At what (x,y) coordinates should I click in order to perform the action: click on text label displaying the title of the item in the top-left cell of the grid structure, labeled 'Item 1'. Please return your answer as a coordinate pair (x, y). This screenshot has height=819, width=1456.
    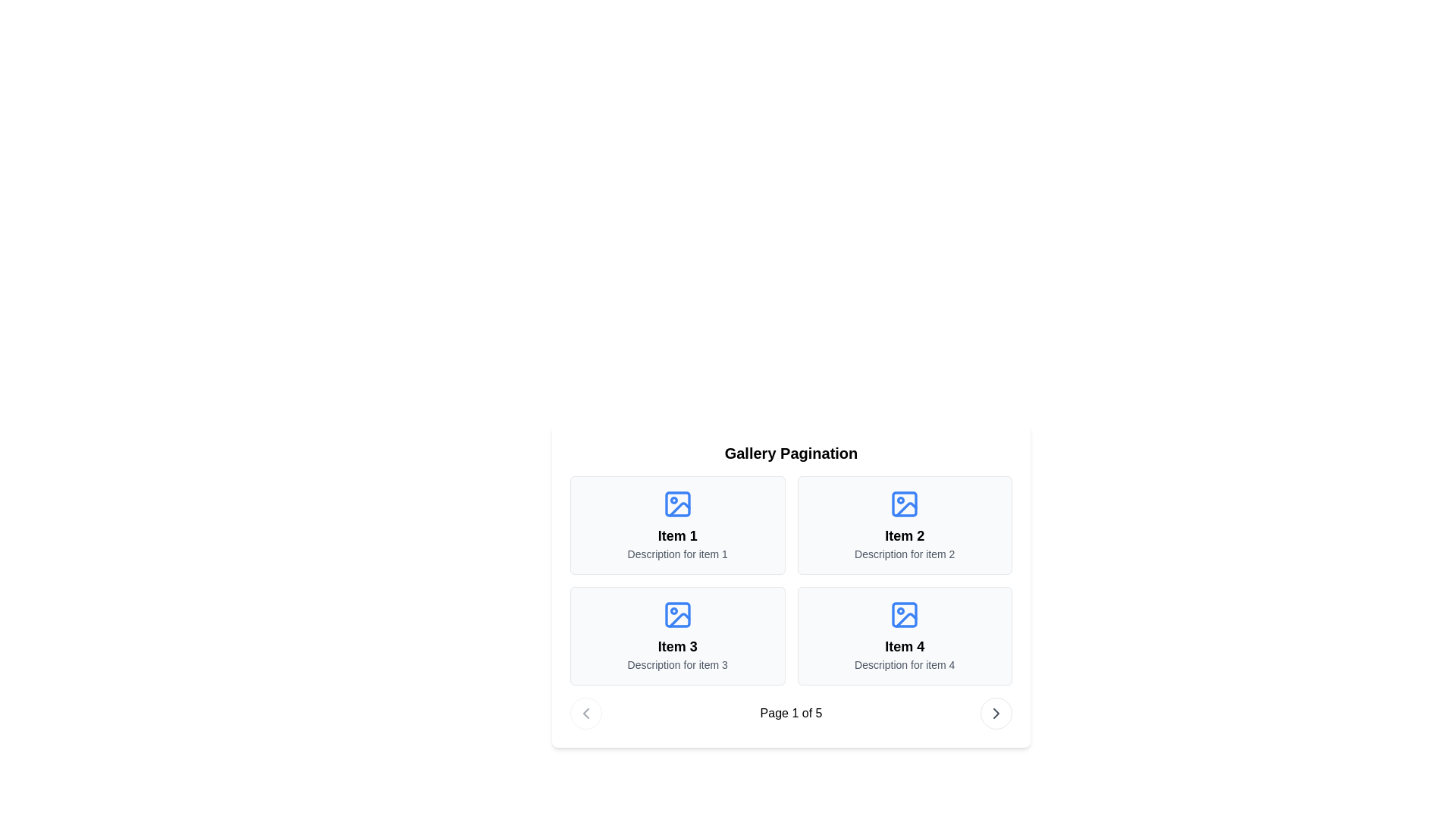
    Looking at the image, I should click on (676, 535).